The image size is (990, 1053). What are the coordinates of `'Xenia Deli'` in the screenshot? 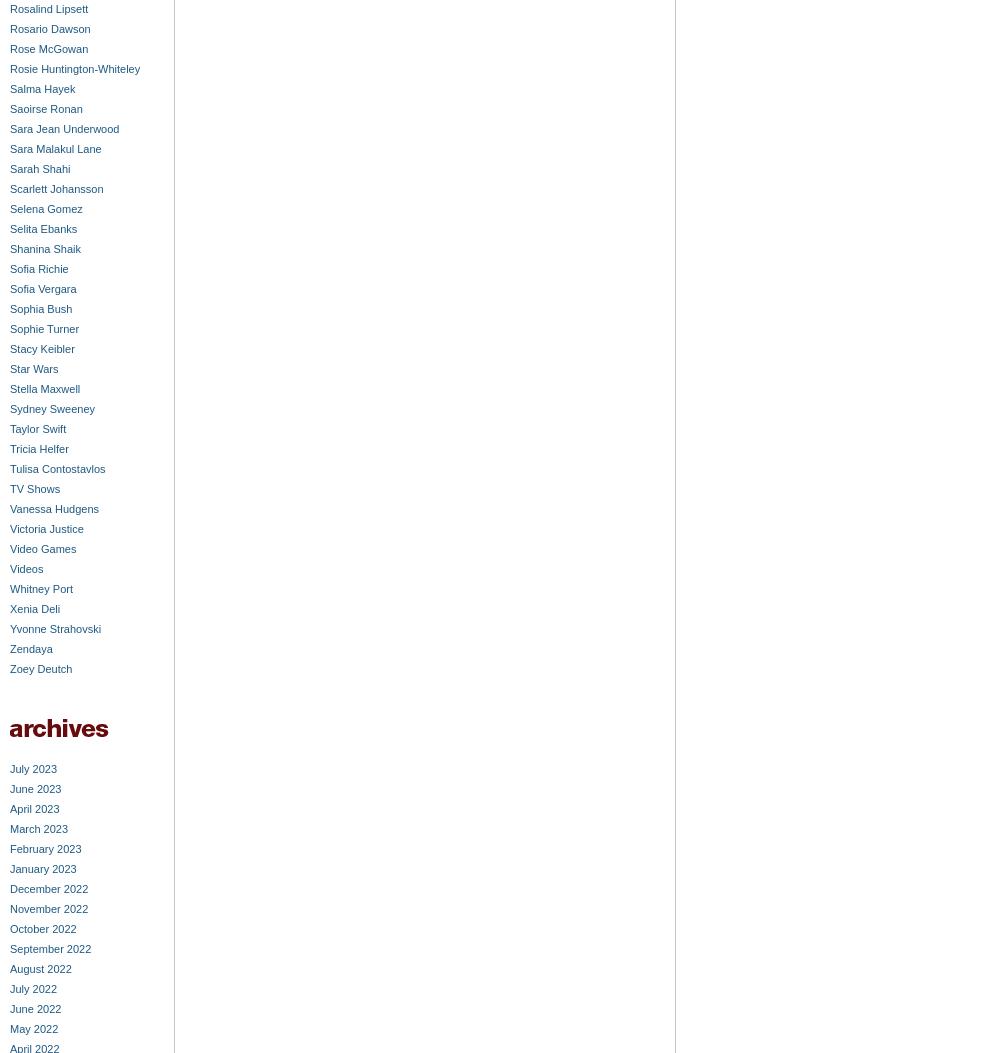 It's located at (34, 608).